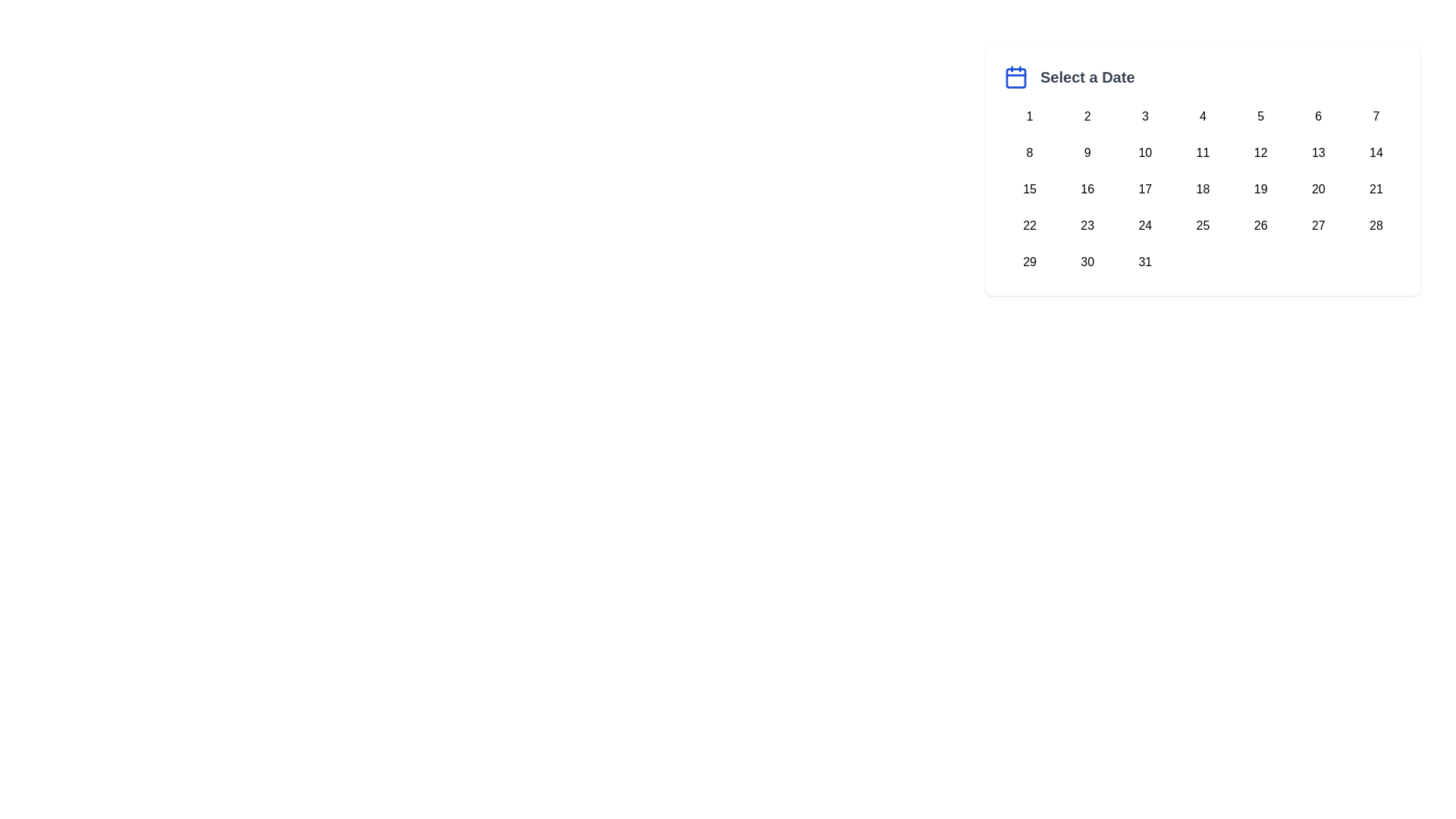 The image size is (1456, 819). I want to click on the button representing the 27th day in the calendar grid layout, so click(1317, 225).